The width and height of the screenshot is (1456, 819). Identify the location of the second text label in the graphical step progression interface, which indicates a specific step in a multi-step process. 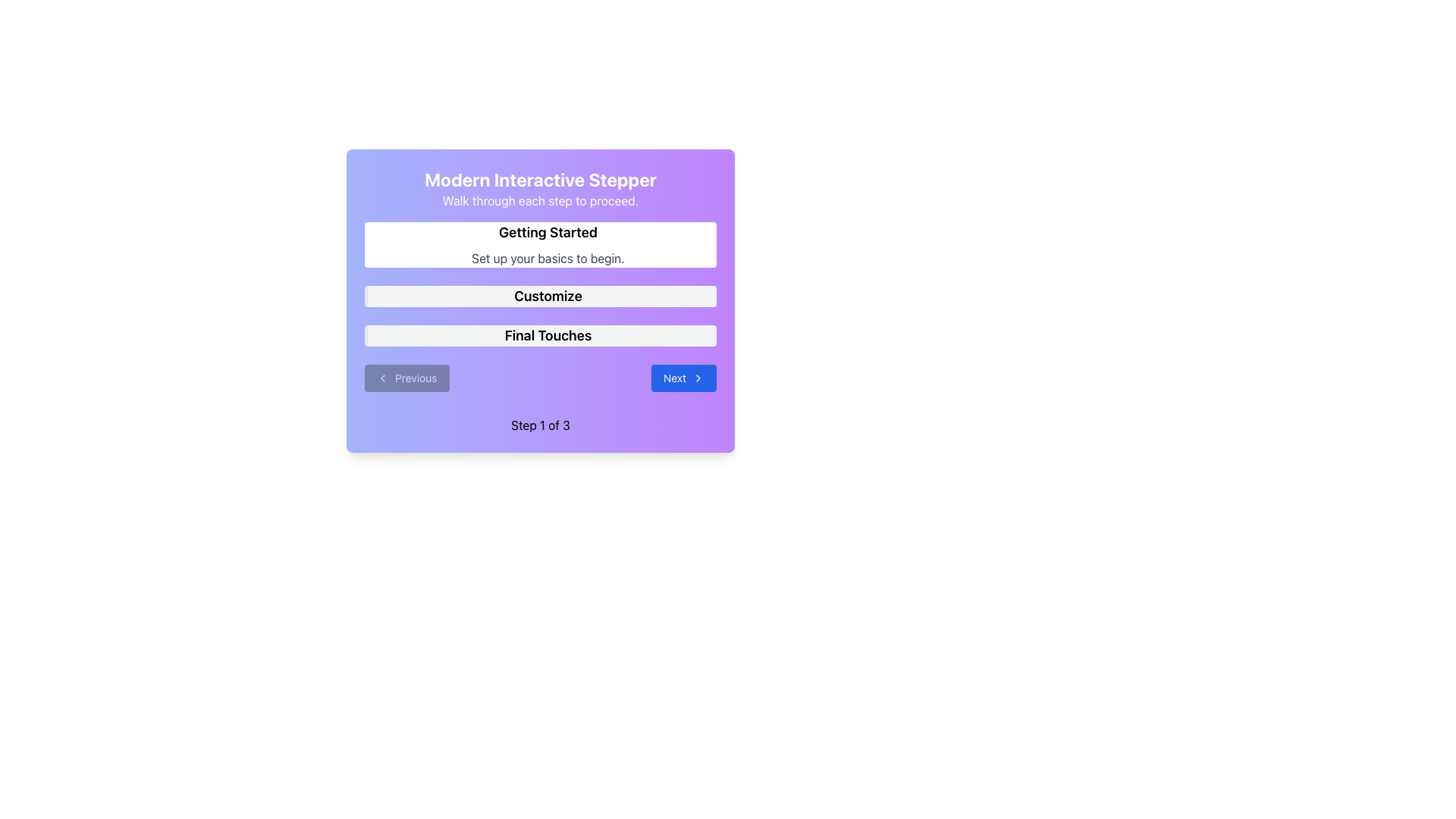
(541, 296).